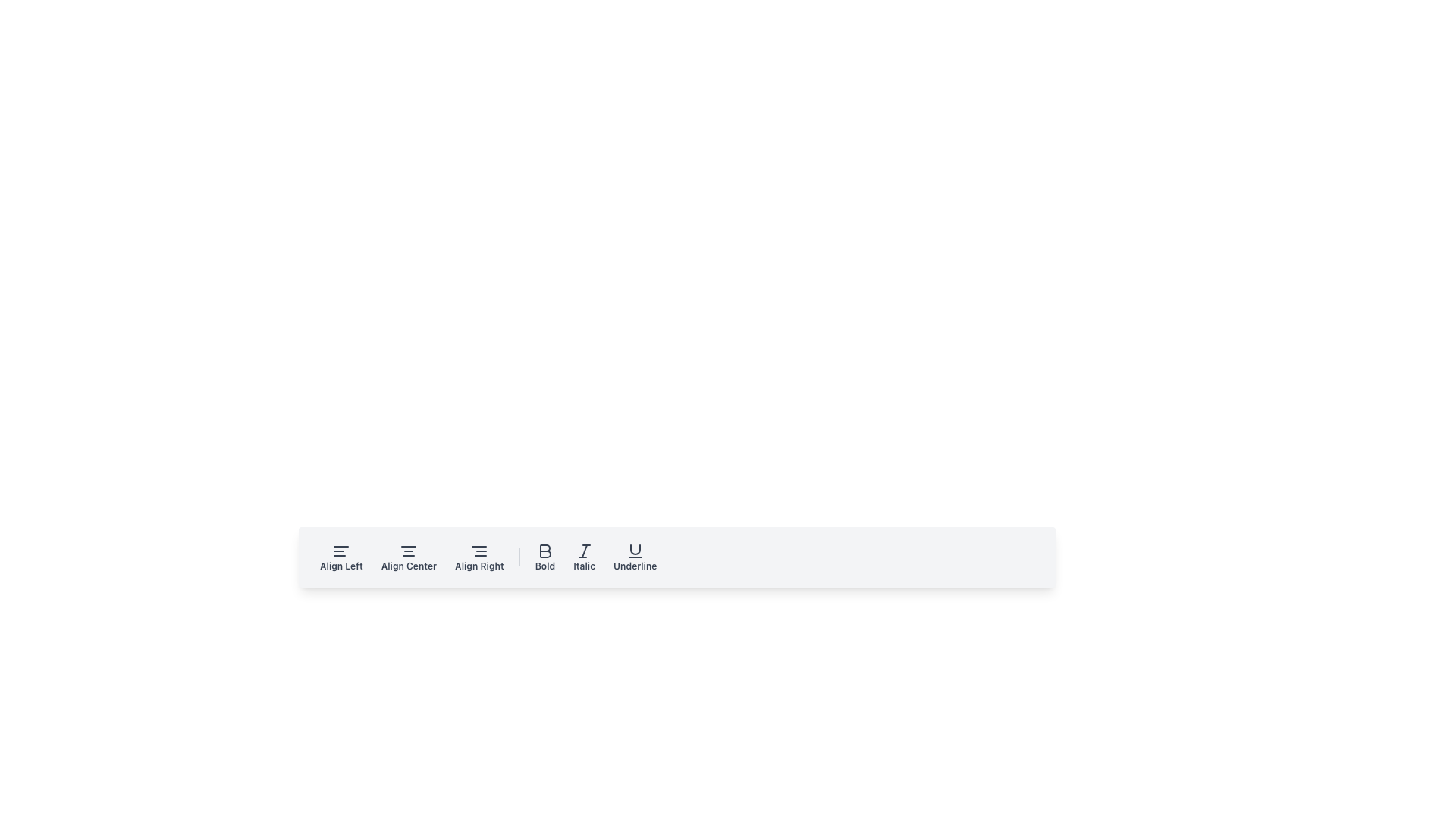  I want to click on the 'Align Left' button, which is represented by an icon of three horizontal lines and is located in the top-left corner of the toolbar panel, so click(340, 551).